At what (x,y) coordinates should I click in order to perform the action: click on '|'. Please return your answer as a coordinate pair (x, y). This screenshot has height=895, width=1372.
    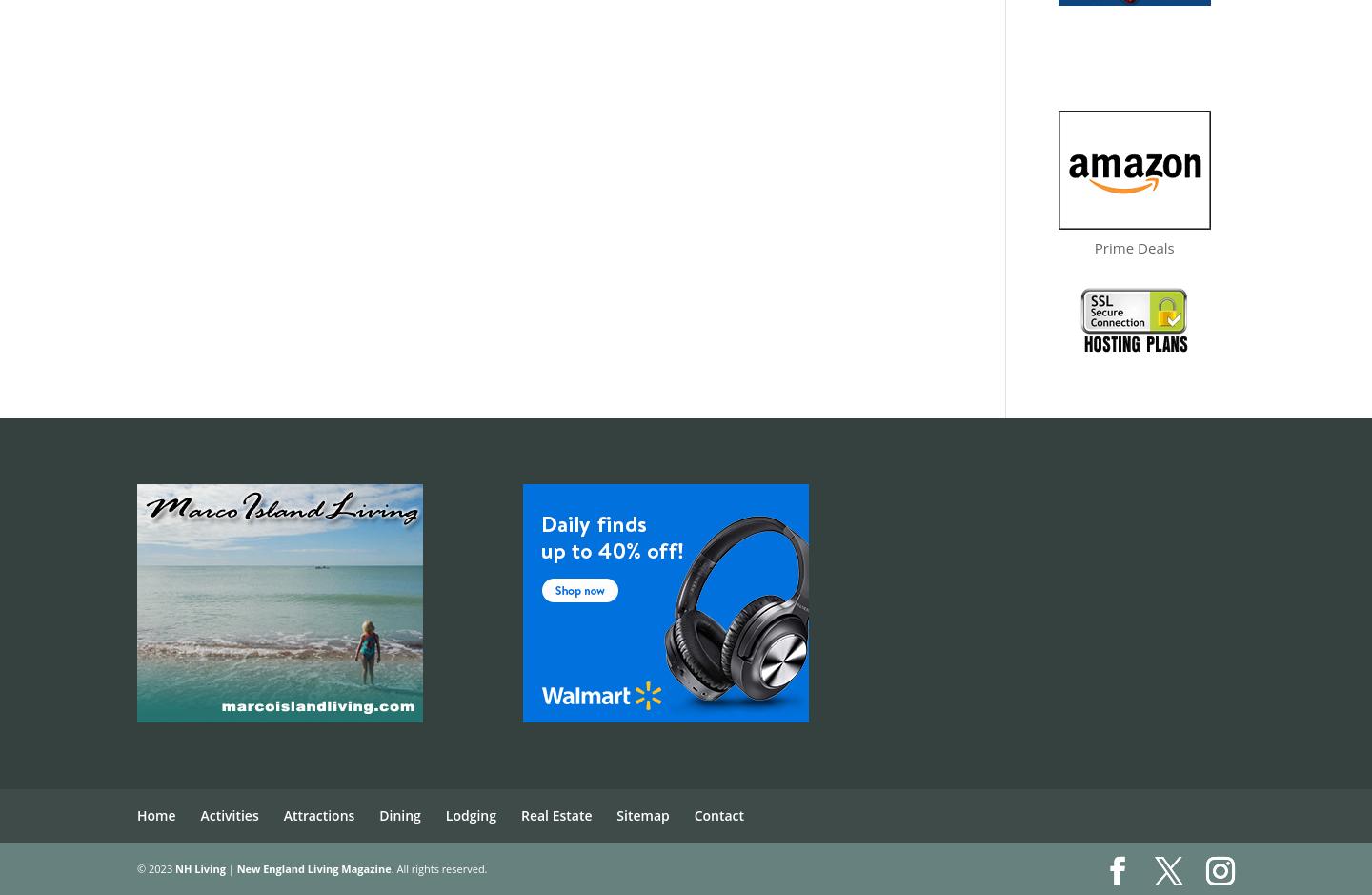
    Looking at the image, I should click on (230, 866).